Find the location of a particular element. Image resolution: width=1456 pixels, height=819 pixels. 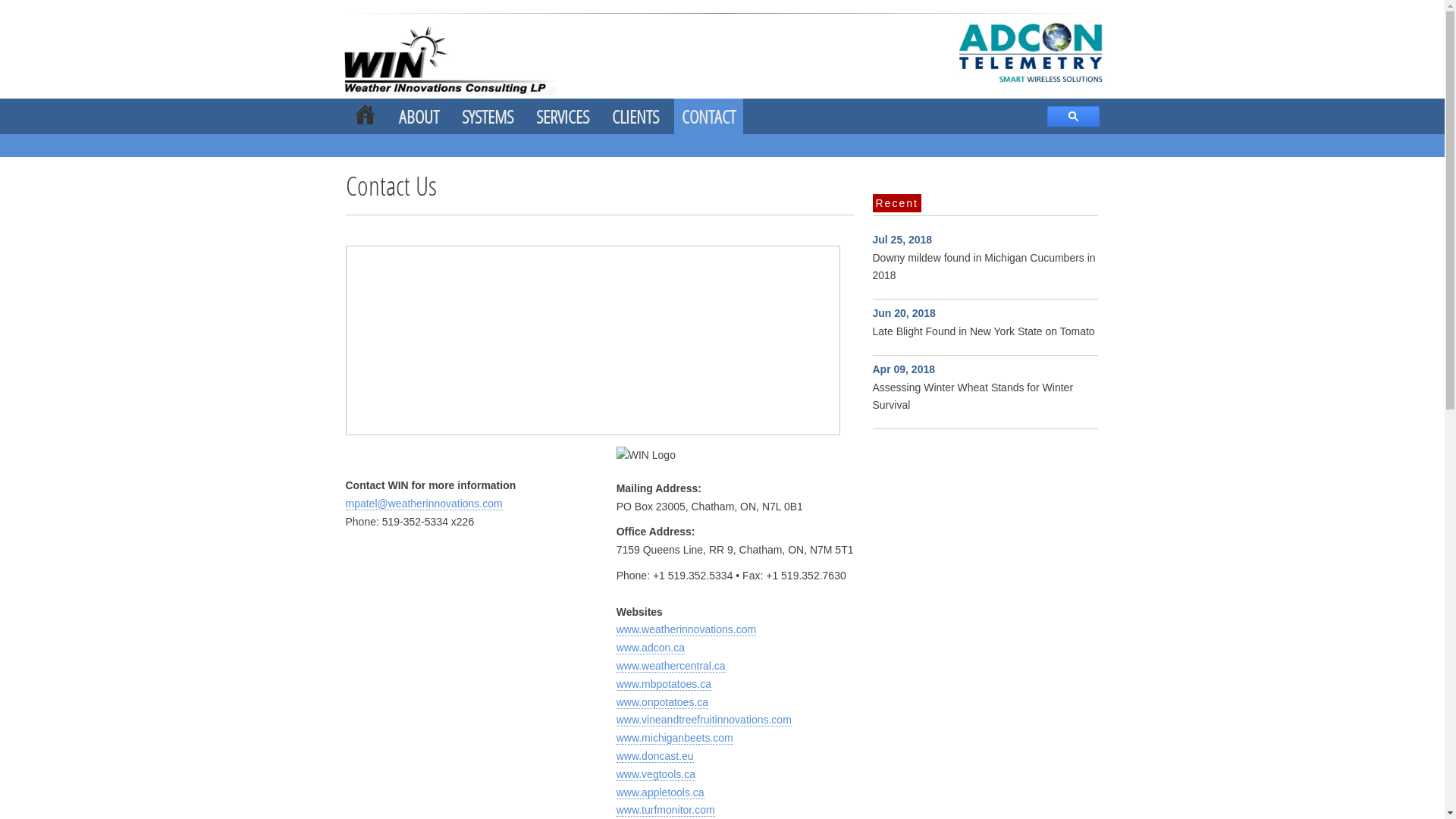

'CLIENTS' is located at coordinates (634, 115).